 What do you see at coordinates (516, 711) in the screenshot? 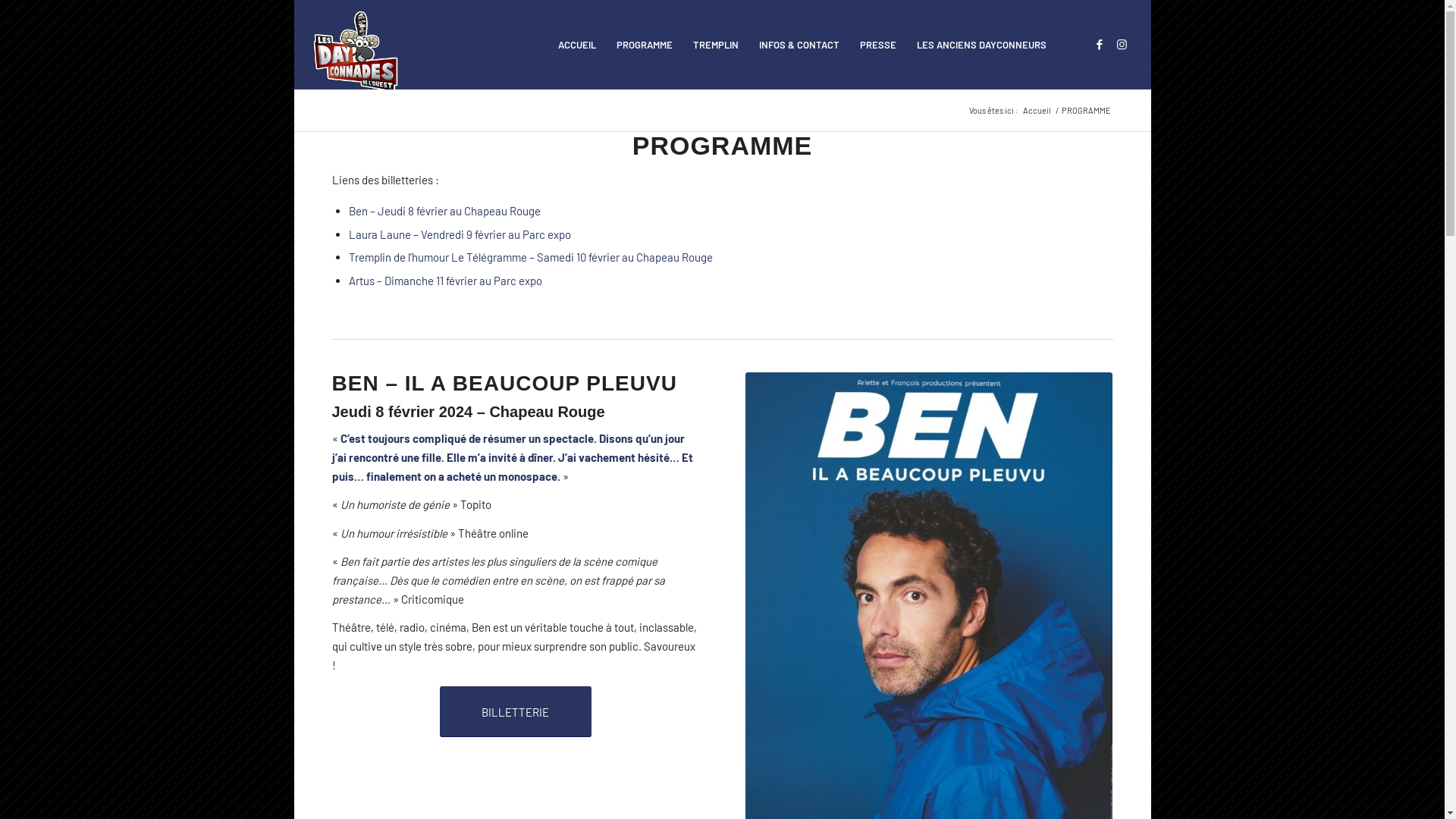
I see `'BILLETTERIE'` at bounding box center [516, 711].